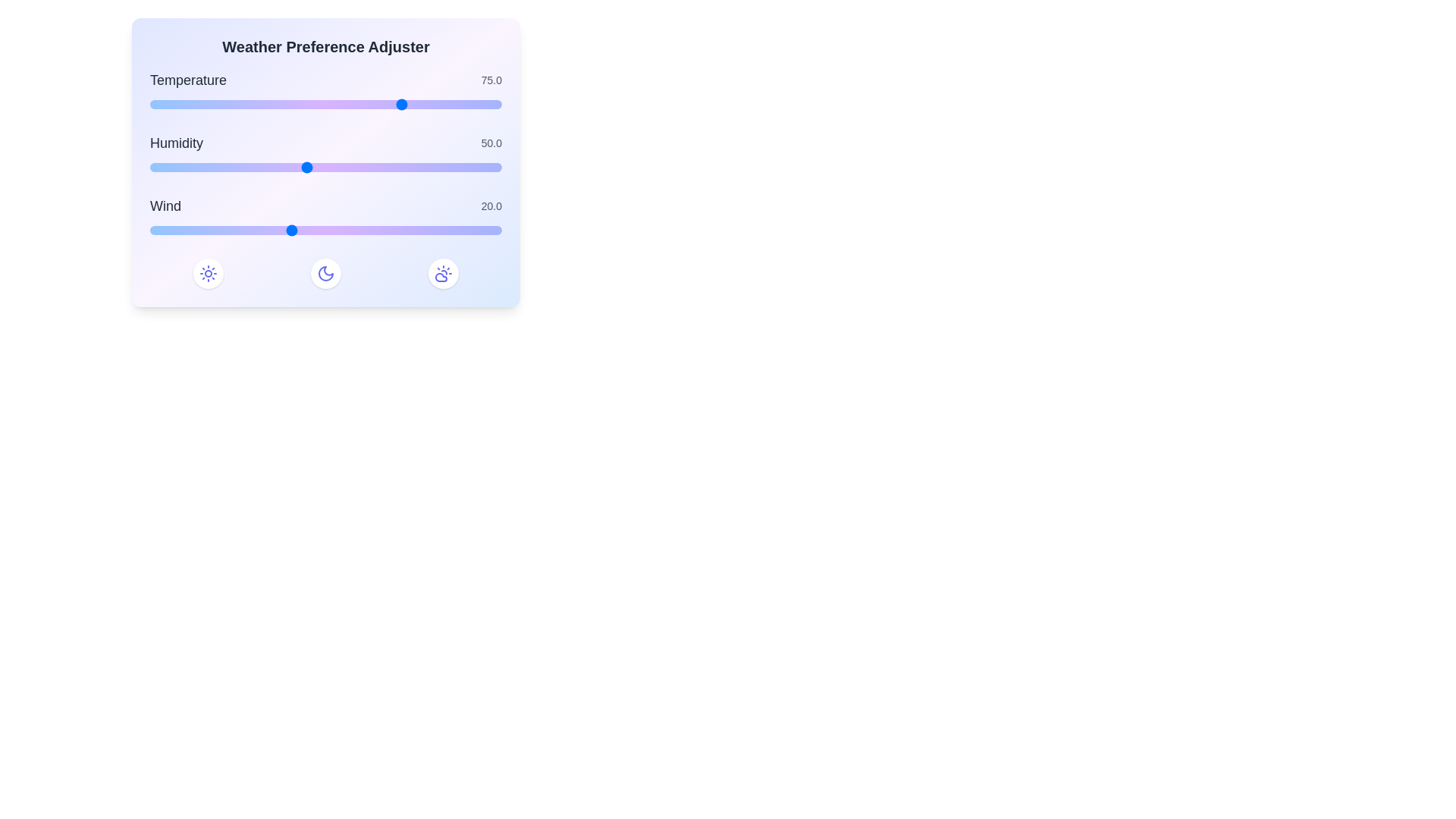  What do you see at coordinates (162, 104) in the screenshot?
I see `the temperature` at bounding box center [162, 104].